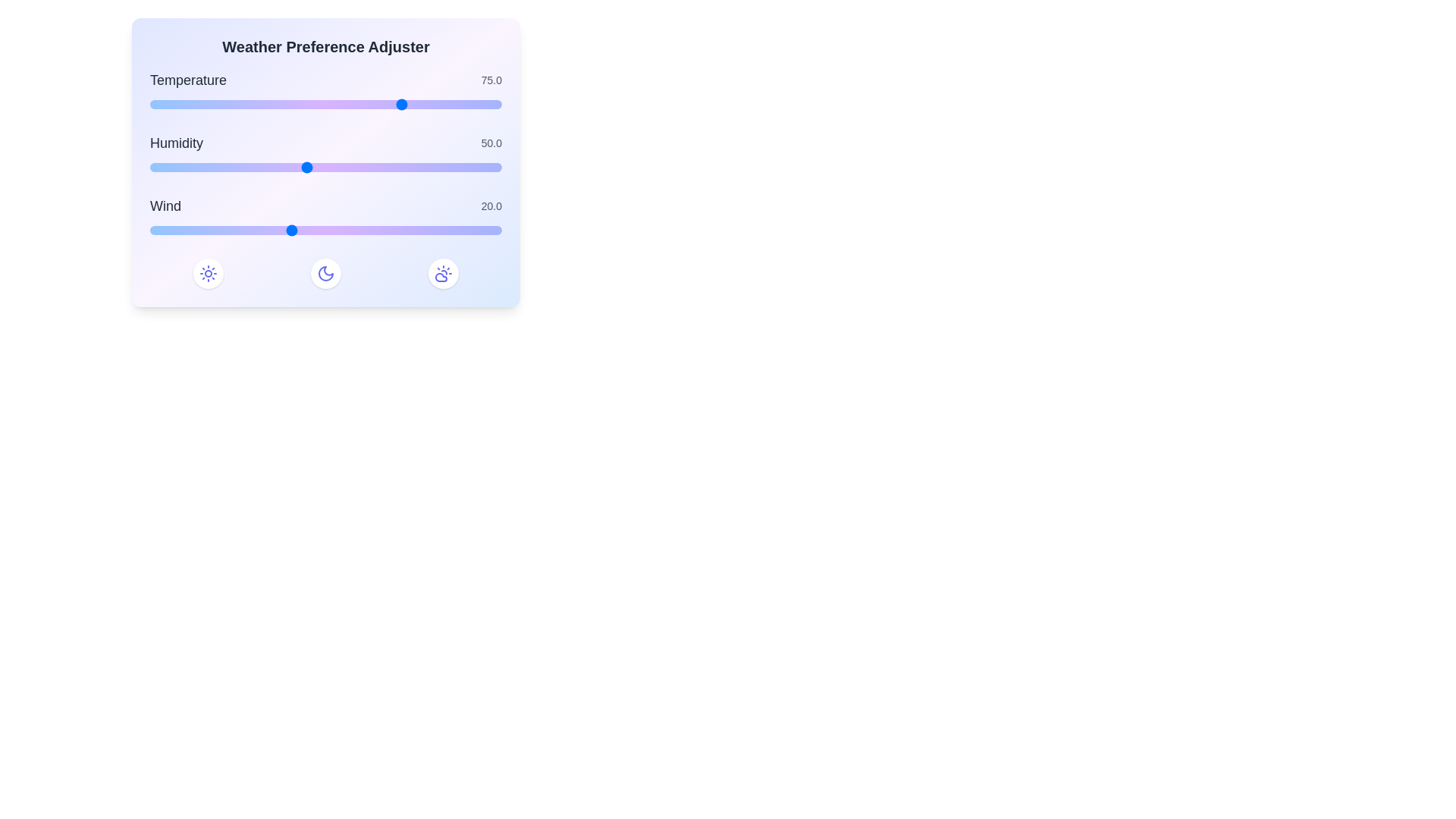  What do you see at coordinates (162, 104) in the screenshot?
I see `the temperature` at bounding box center [162, 104].